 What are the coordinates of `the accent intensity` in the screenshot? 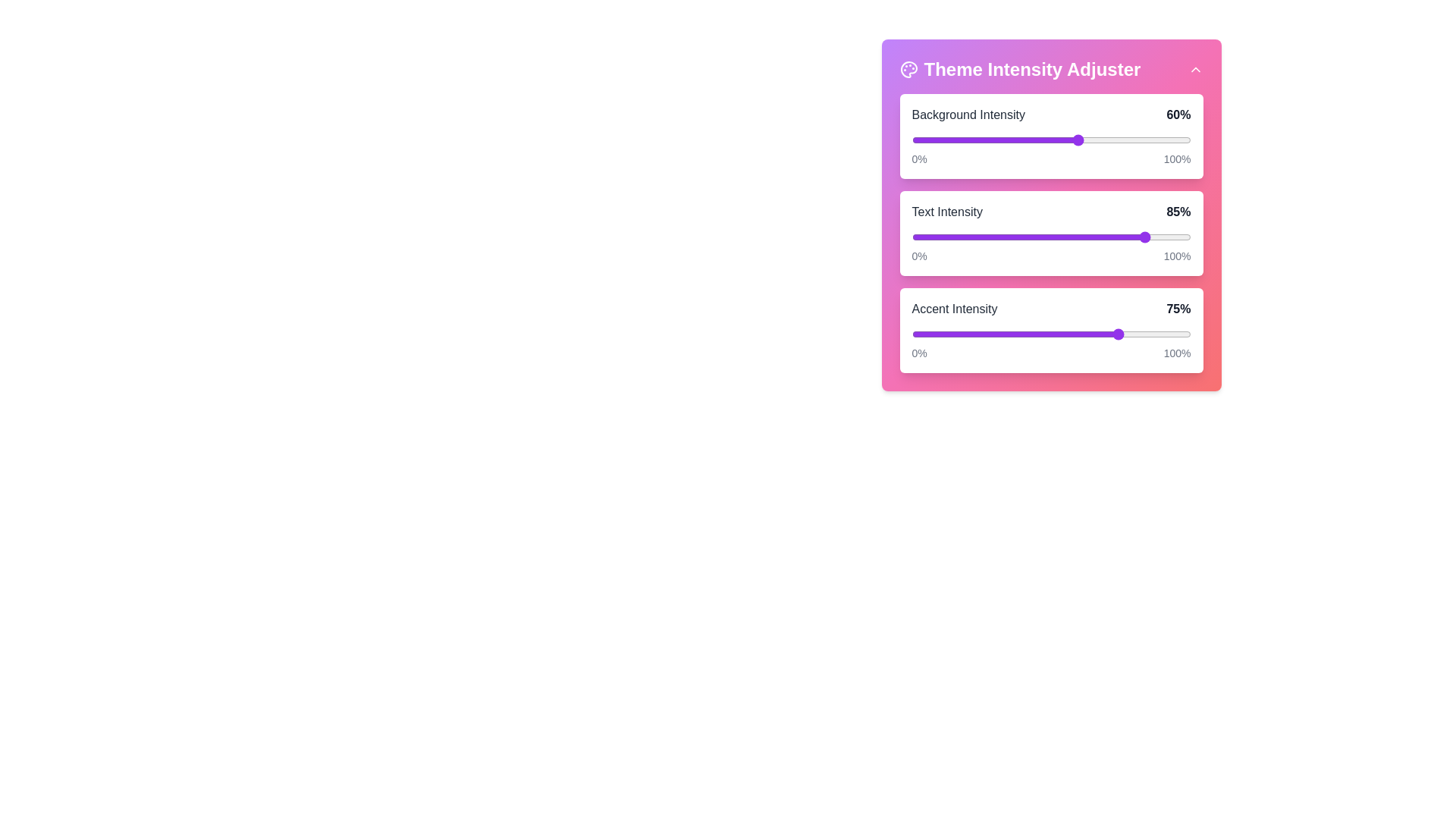 It's located at (1001, 333).